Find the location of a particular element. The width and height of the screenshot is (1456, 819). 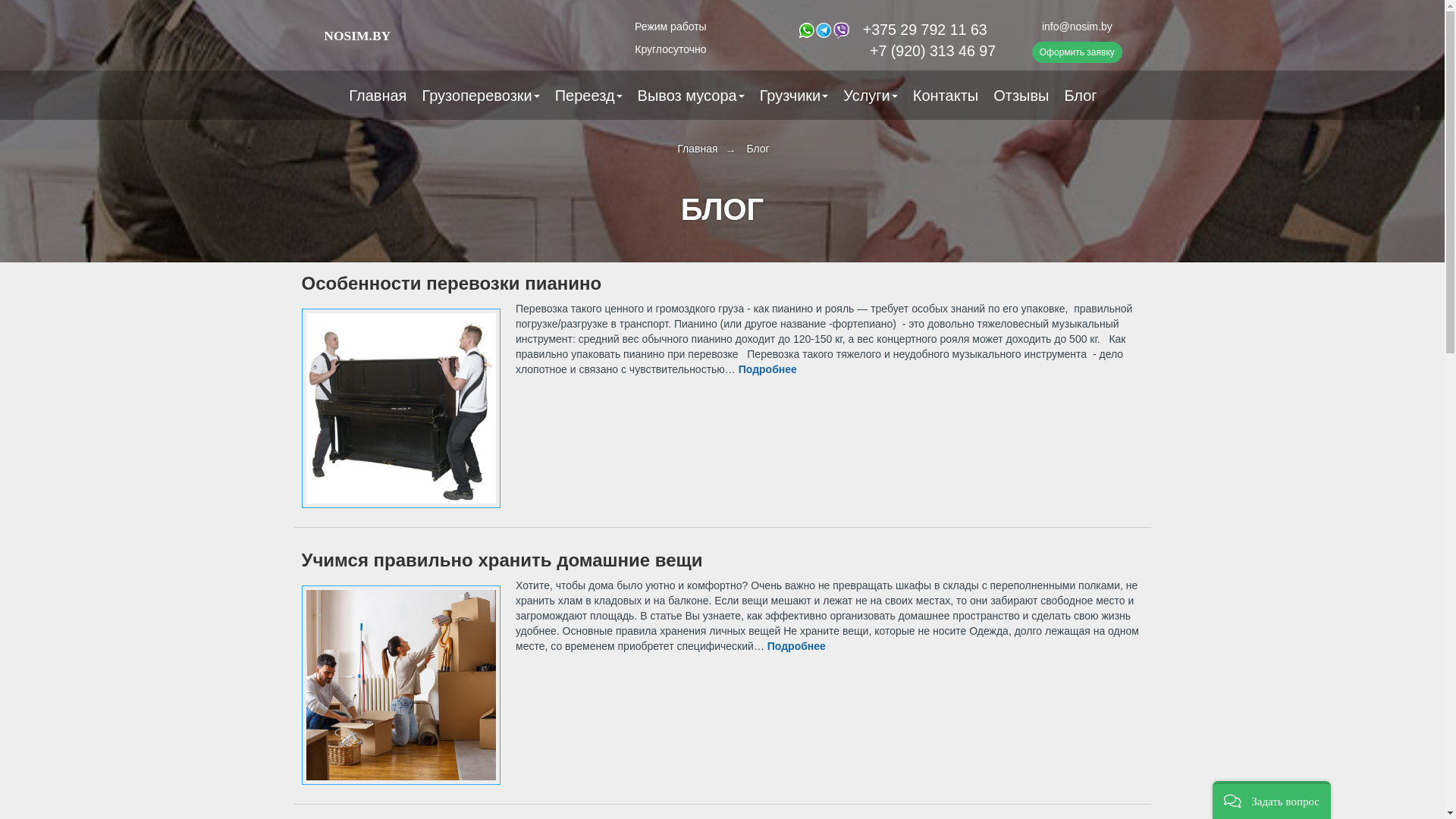

'+7 (920) 313 46 97' is located at coordinates (887, 49).